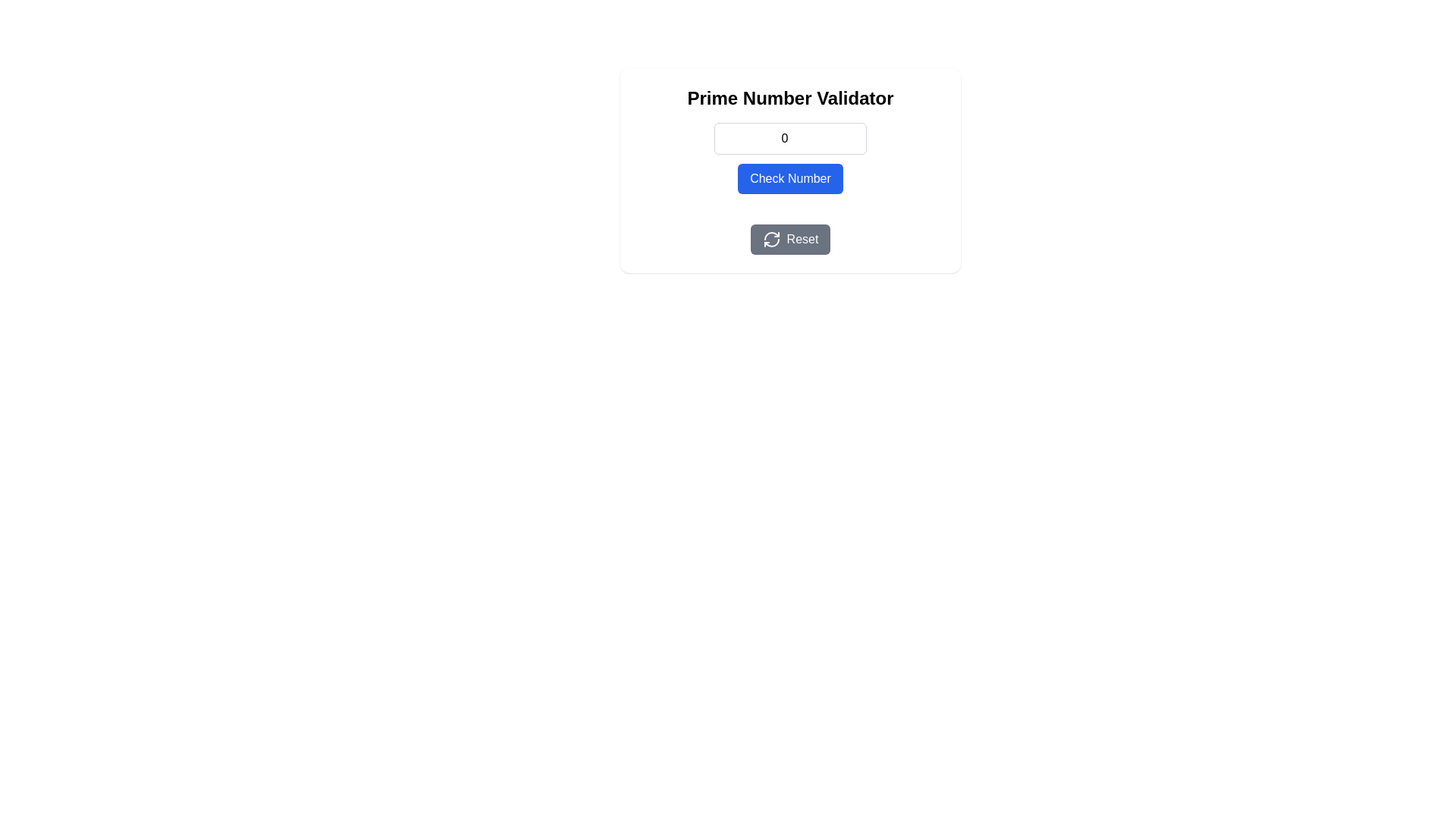 The width and height of the screenshot is (1456, 819). Describe the element at coordinates (771, 239) in the screenshot. I see `the 'Reset' icon located within the gray 'Reset' button below the input field and 'Check Number' button to reset the form or state` at that location.